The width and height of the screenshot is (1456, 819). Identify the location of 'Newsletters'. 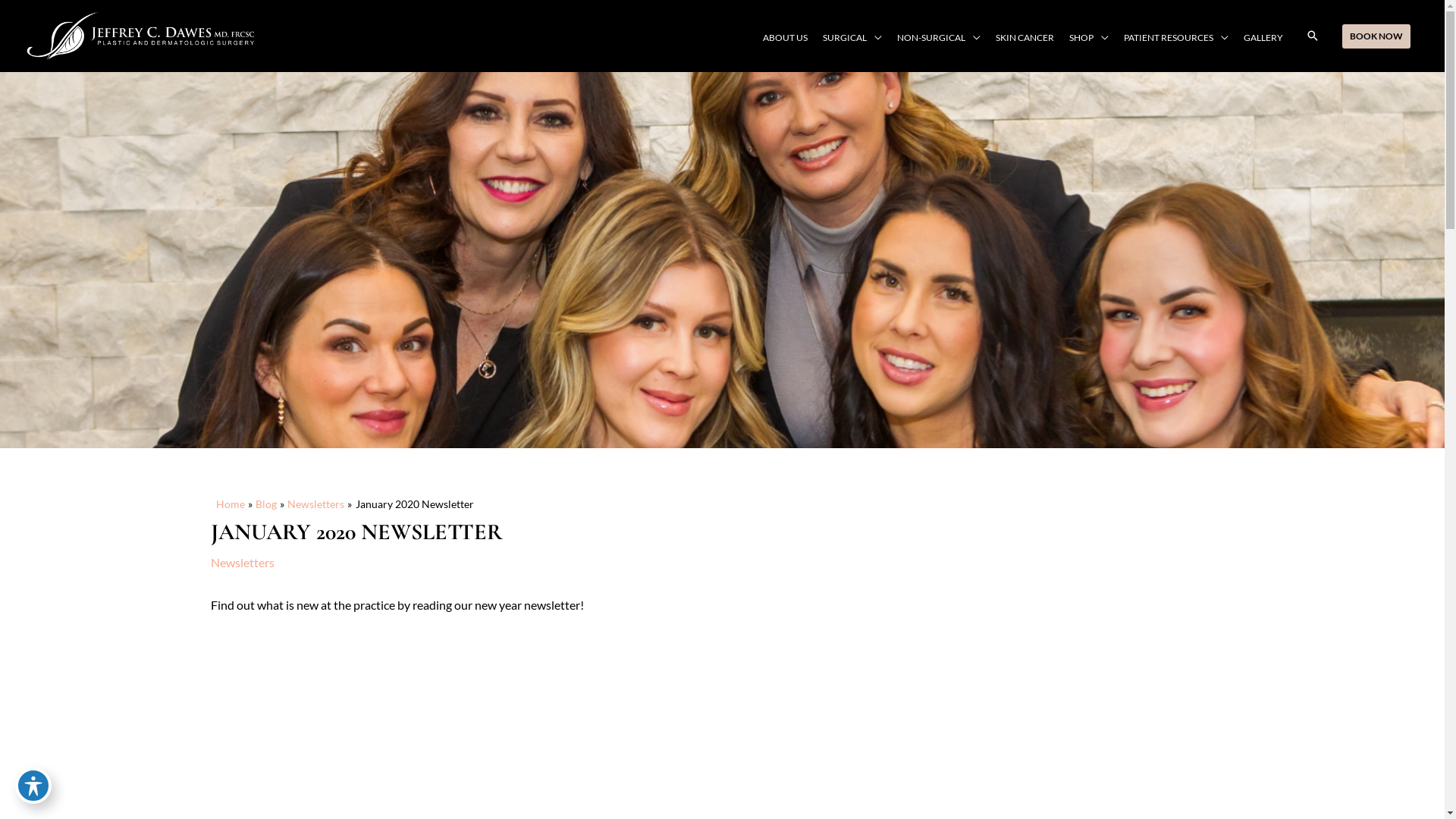
(315, 504).